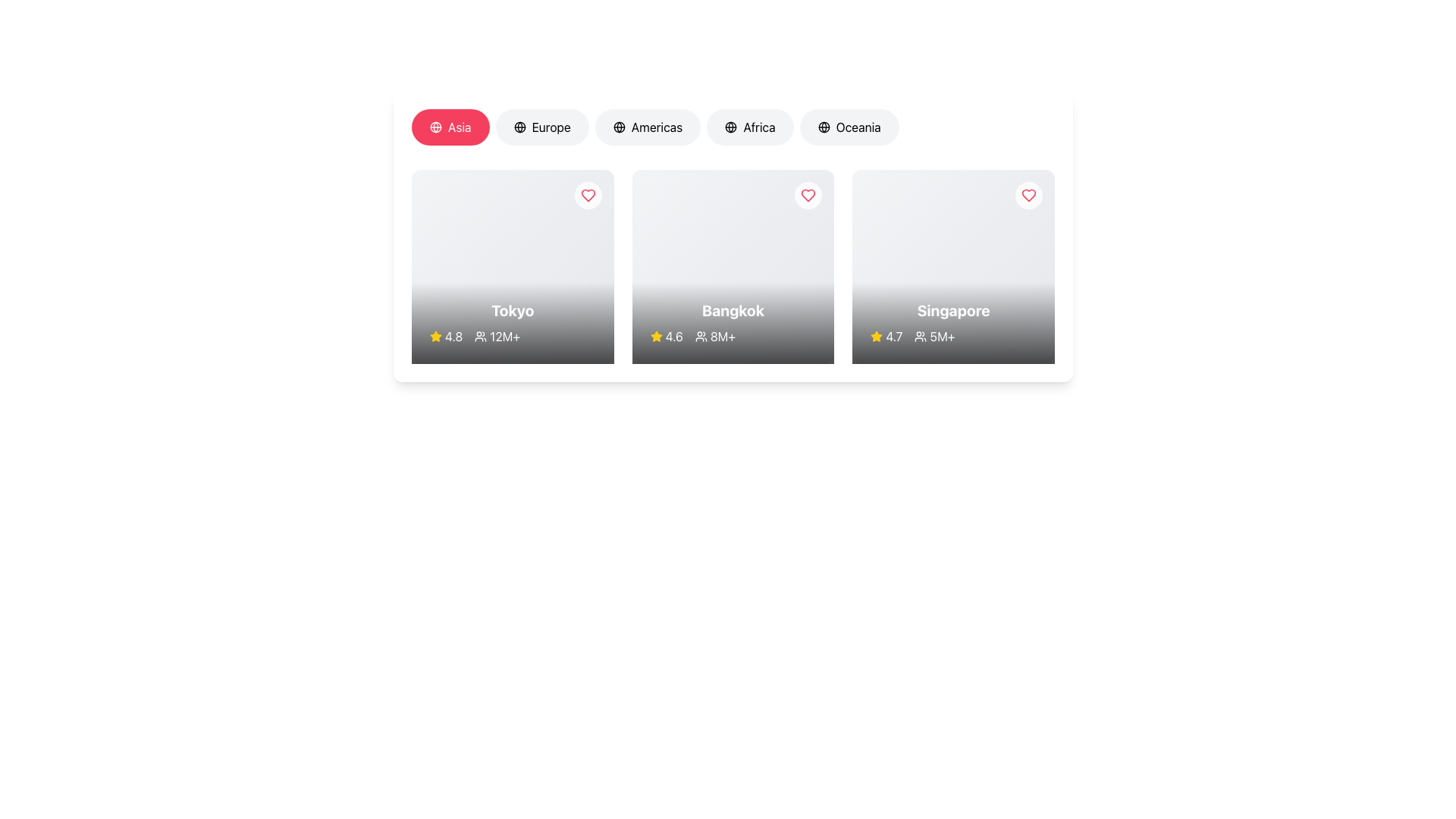 The image size is (1456, 819). Describe the element at coordinates (519, 127) in the screenshot. I see `the Decorative Circle (SVG) located within the globe icon of the 'Asia' region button group, positioned in the top-left area of the interface` at that location.